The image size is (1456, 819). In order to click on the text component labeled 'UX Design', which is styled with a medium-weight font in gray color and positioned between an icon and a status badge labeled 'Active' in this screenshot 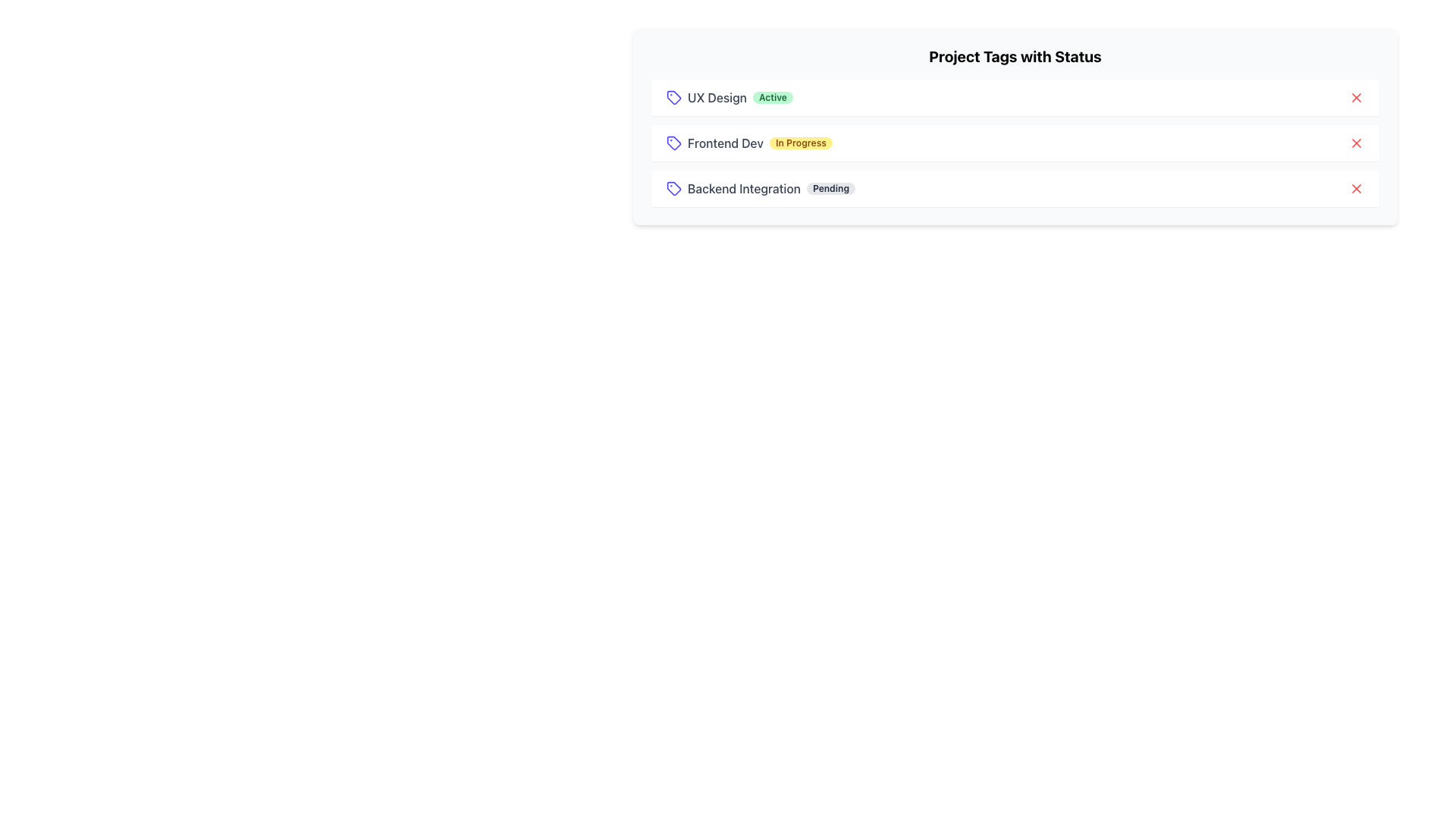, I will do `click(716, 97)`.